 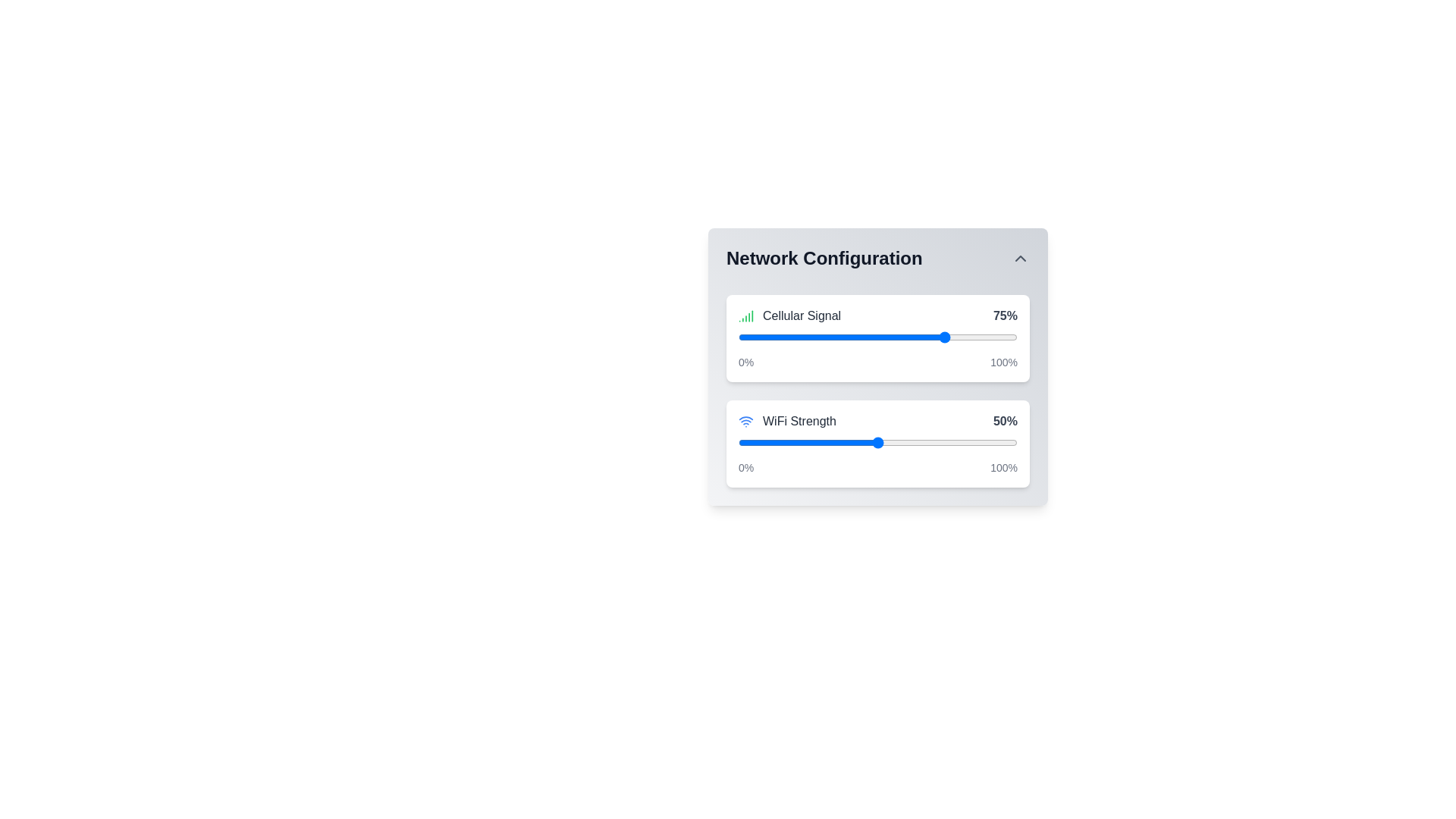 I want to click on the cellular signal strength, so click(x=913, y=336).